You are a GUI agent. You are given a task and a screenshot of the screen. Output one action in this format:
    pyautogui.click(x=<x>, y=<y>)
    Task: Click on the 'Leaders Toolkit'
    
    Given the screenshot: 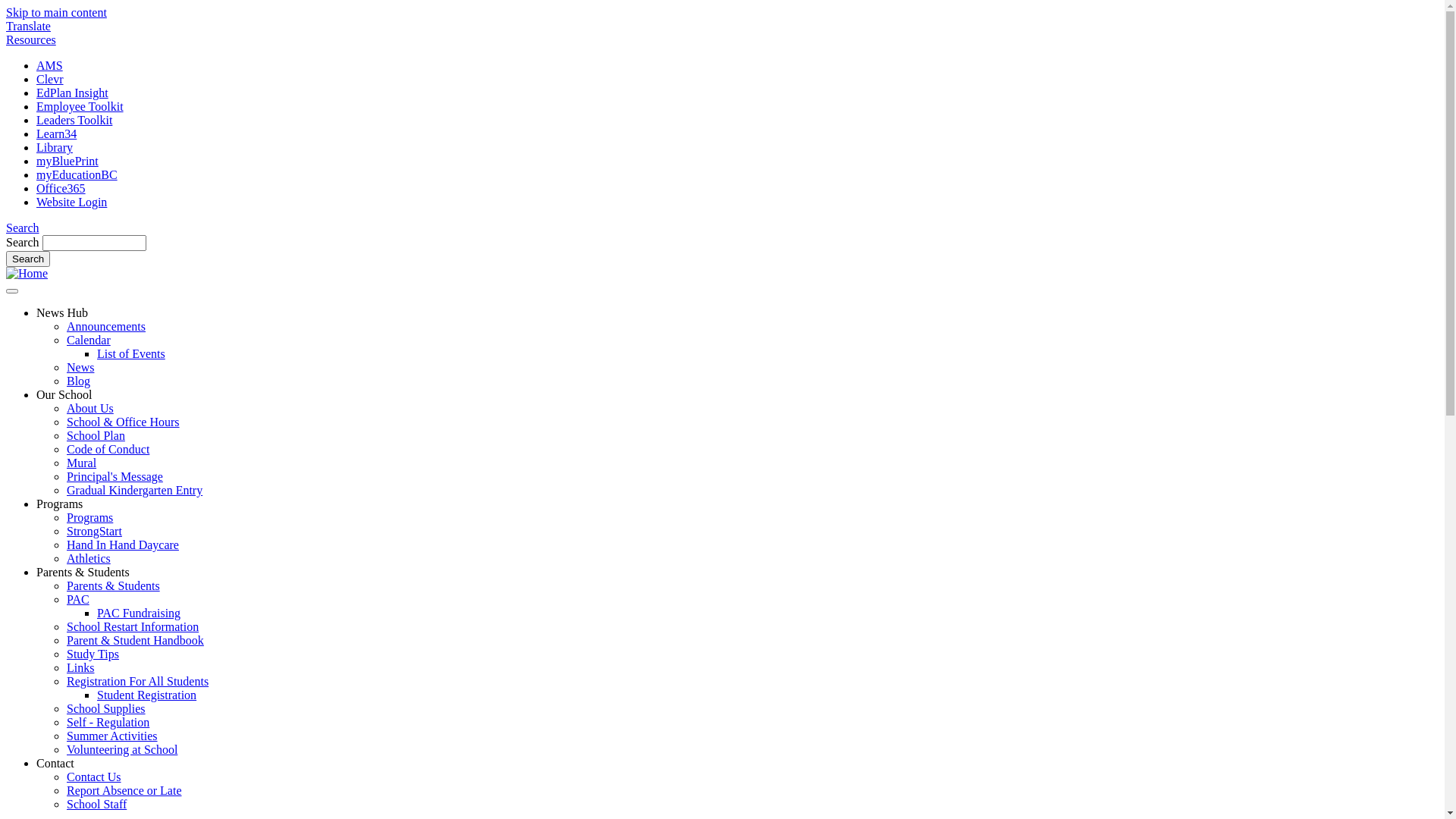 What is the action you would take?
    pyautogui.click(x=73, y=119)
    